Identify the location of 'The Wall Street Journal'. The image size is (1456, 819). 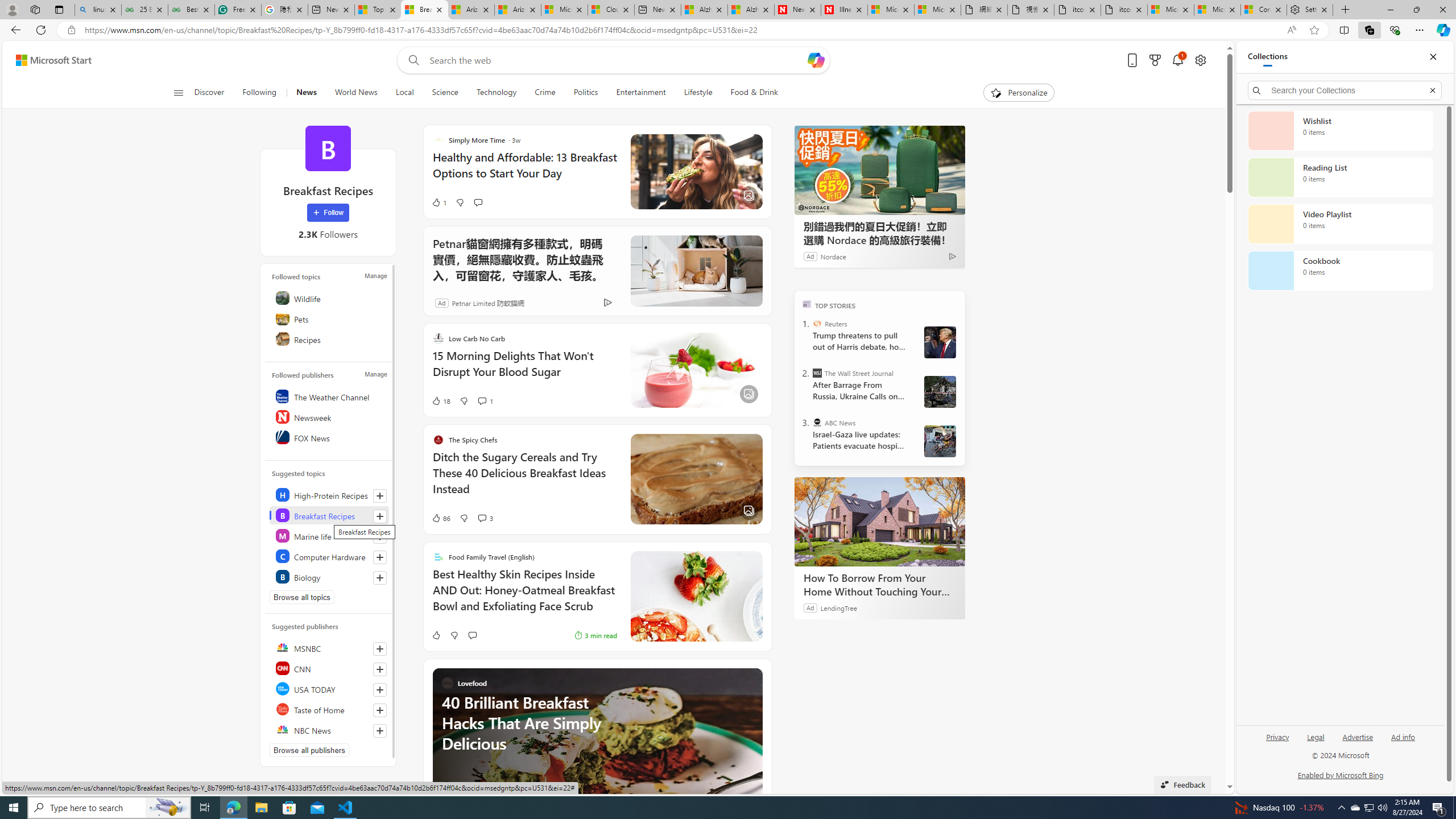
(816, 372).